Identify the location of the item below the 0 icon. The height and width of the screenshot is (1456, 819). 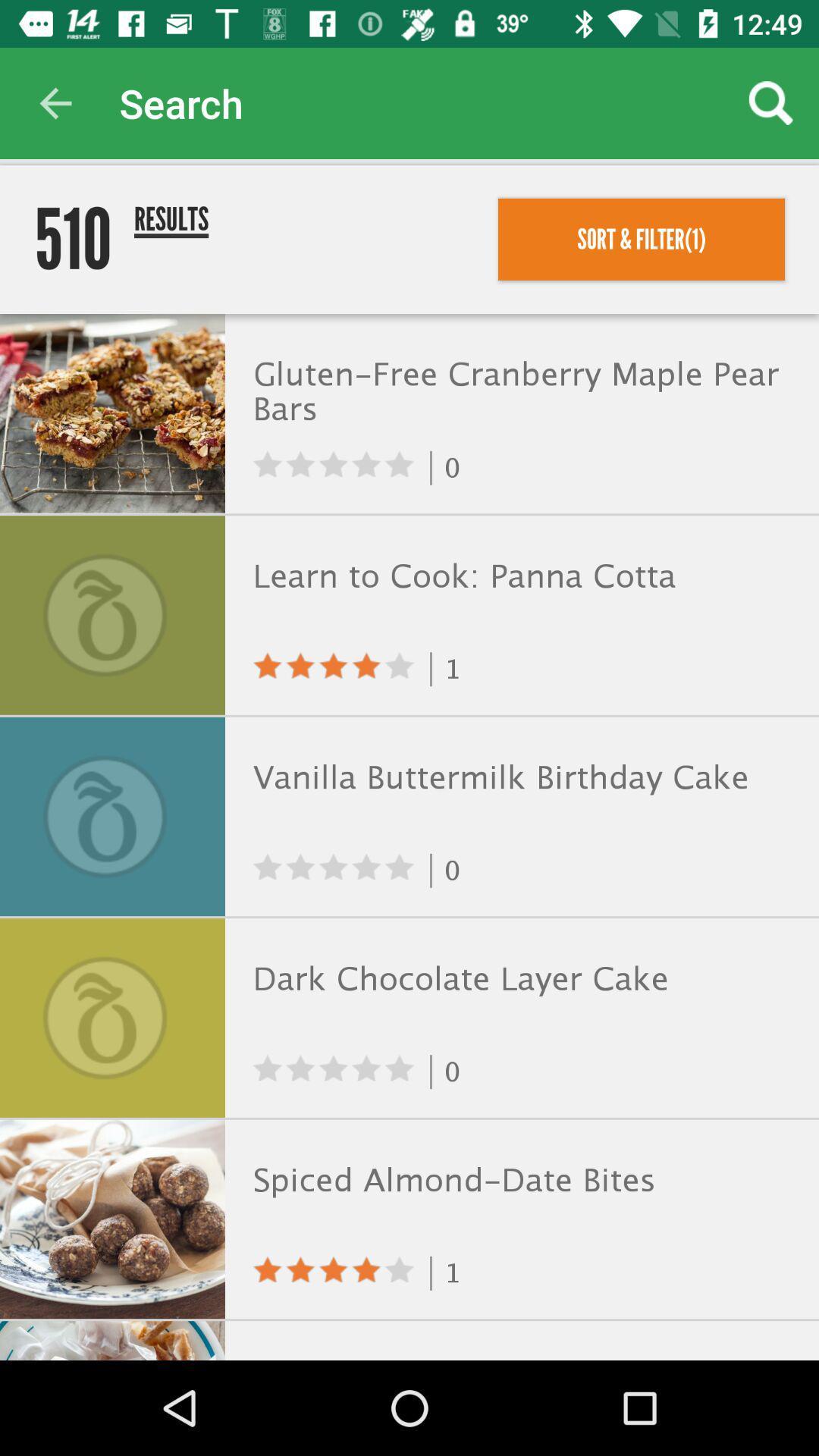
(518, 576).